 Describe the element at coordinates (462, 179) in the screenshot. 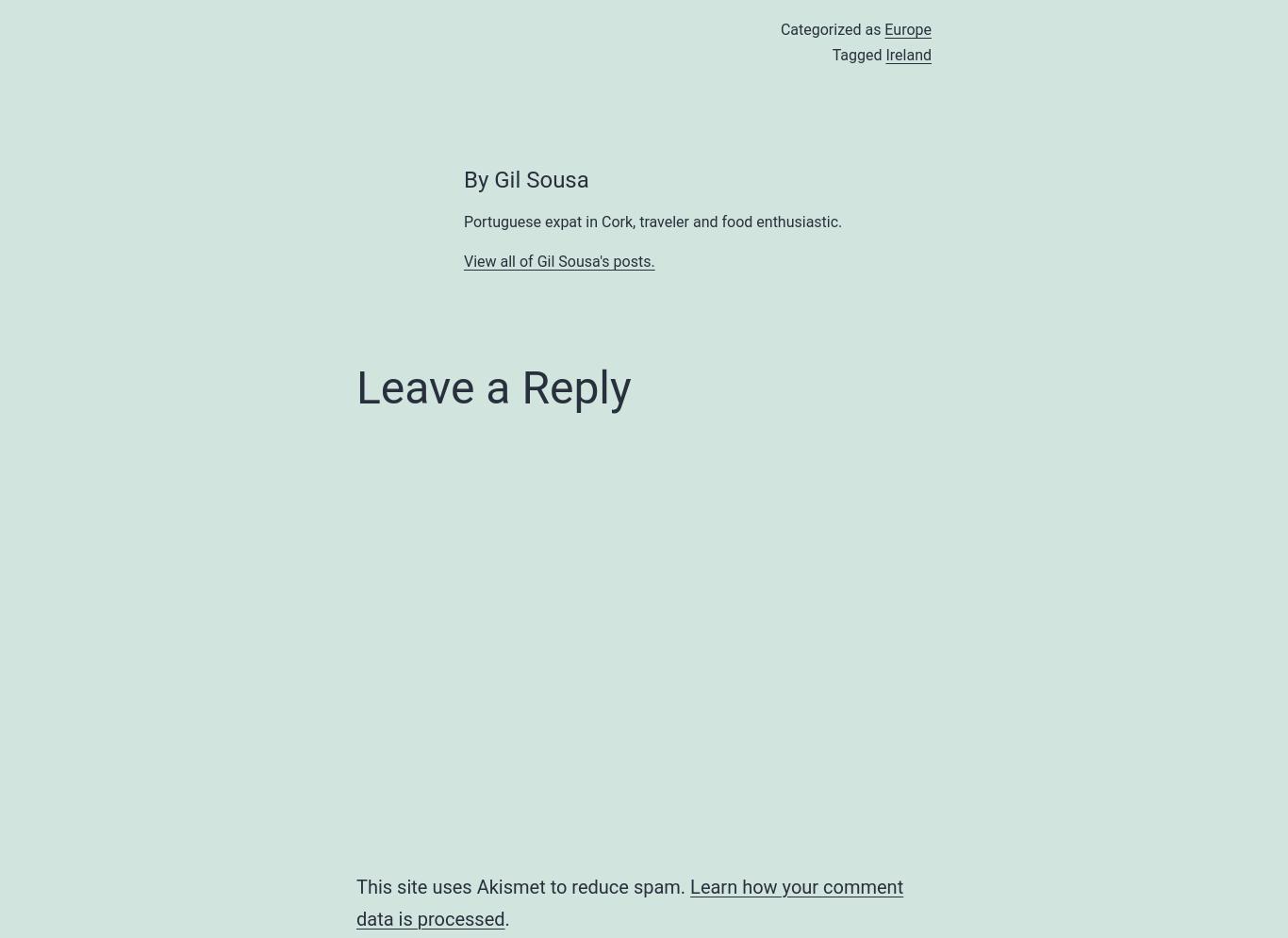

I see `'By Gil Sousa'` at that location.